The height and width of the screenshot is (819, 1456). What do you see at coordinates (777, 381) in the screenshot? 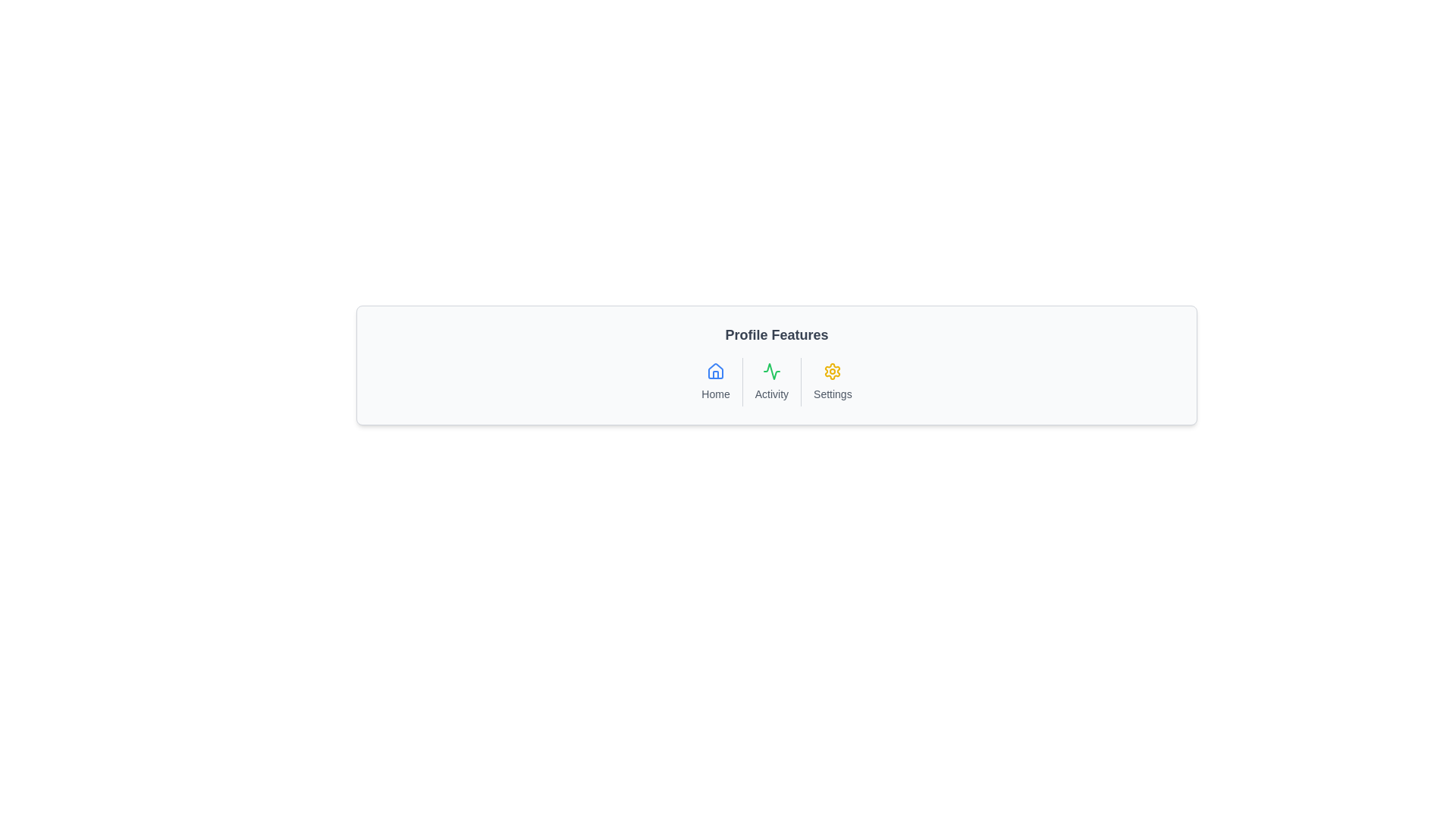
I see `the navigation menu bar located below the 'Profile Features' title` at bounding box center [777, 381].